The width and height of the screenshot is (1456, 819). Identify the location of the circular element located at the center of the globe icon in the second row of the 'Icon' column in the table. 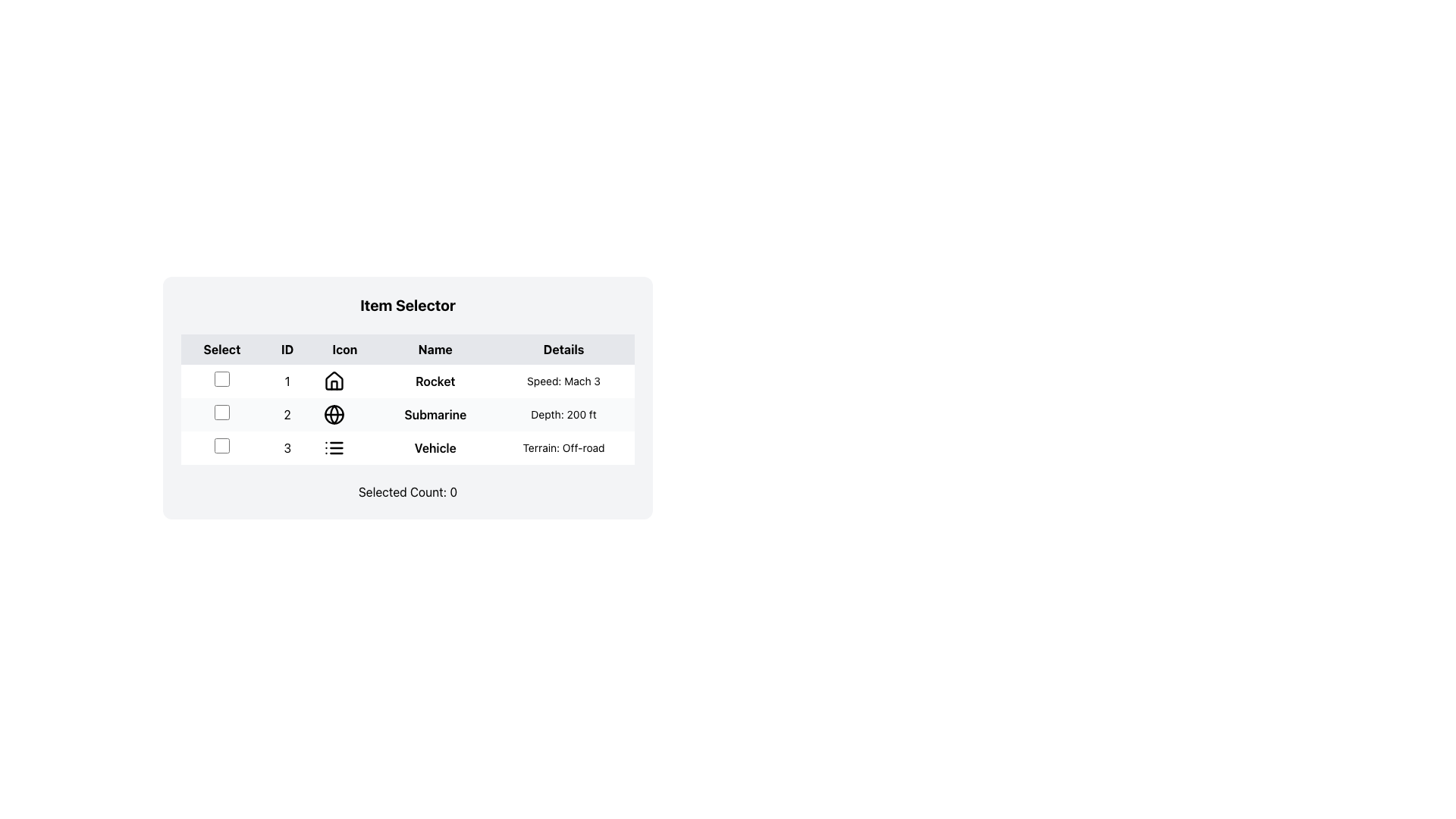
(334, 415).